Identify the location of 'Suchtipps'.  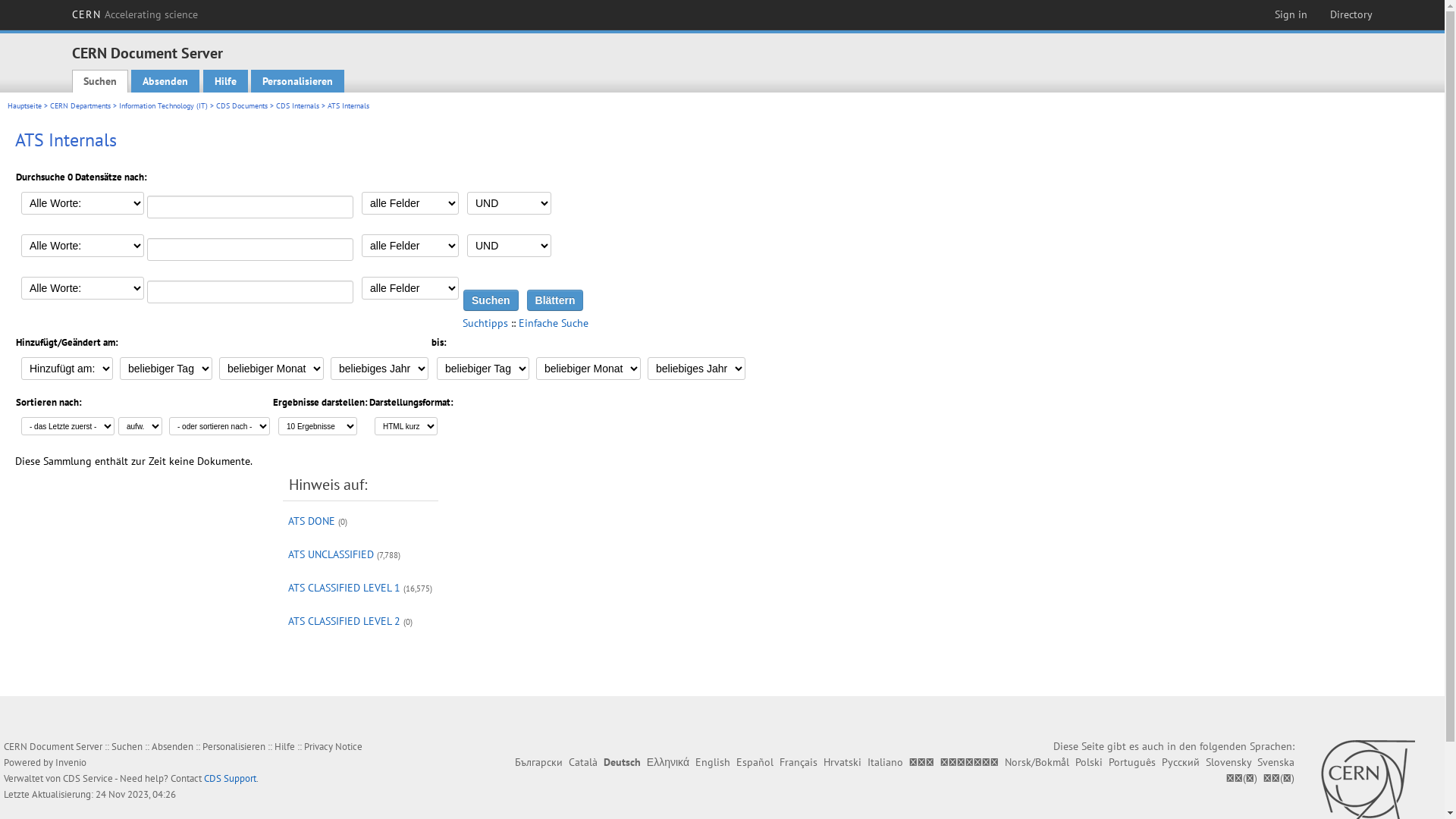
(484, 322).